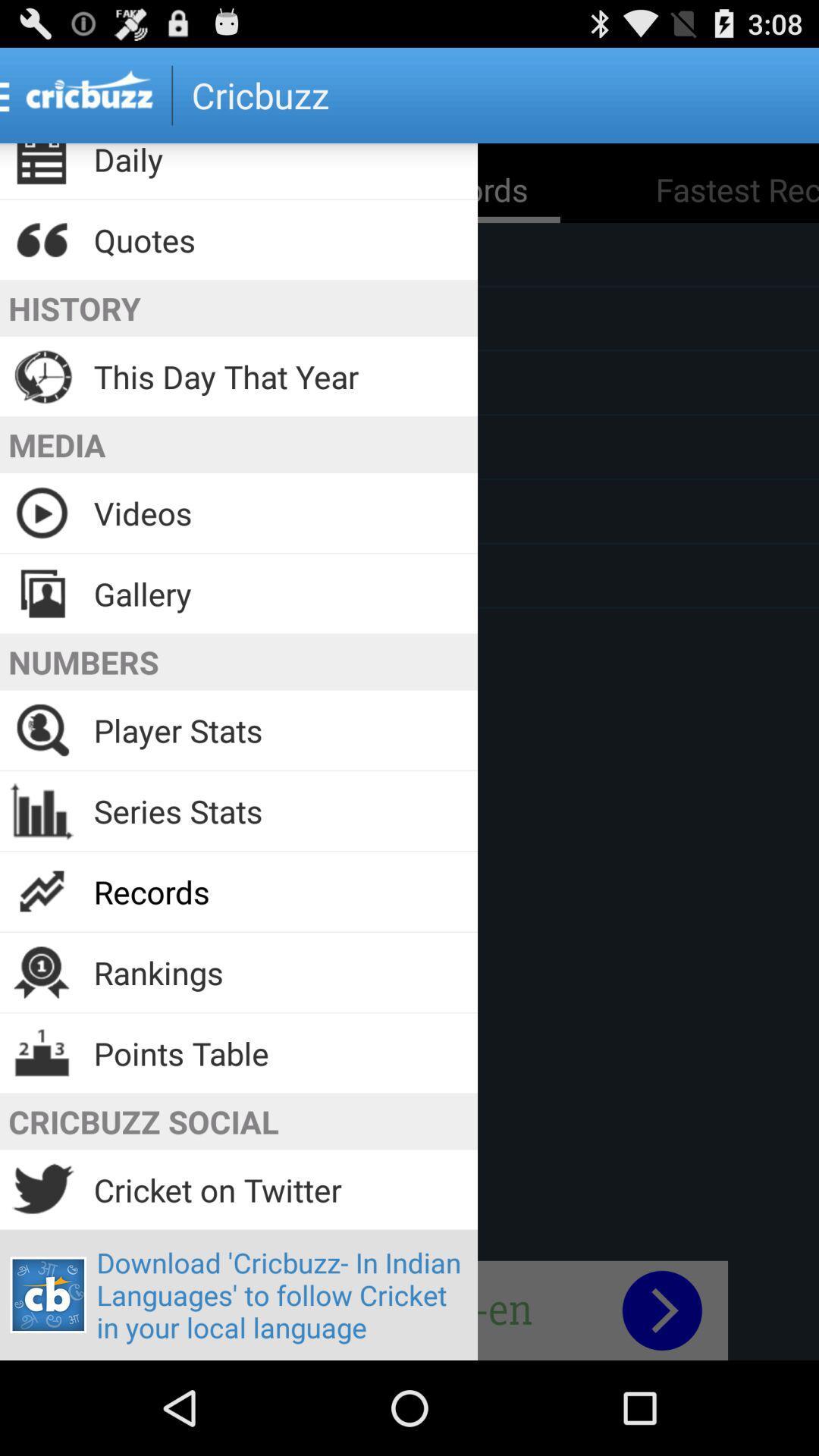 This screenshot has width=819, height=1456. Describe the element at coordinates (42, 167) in the screenshot. I see `the icon beside daily` at that location.